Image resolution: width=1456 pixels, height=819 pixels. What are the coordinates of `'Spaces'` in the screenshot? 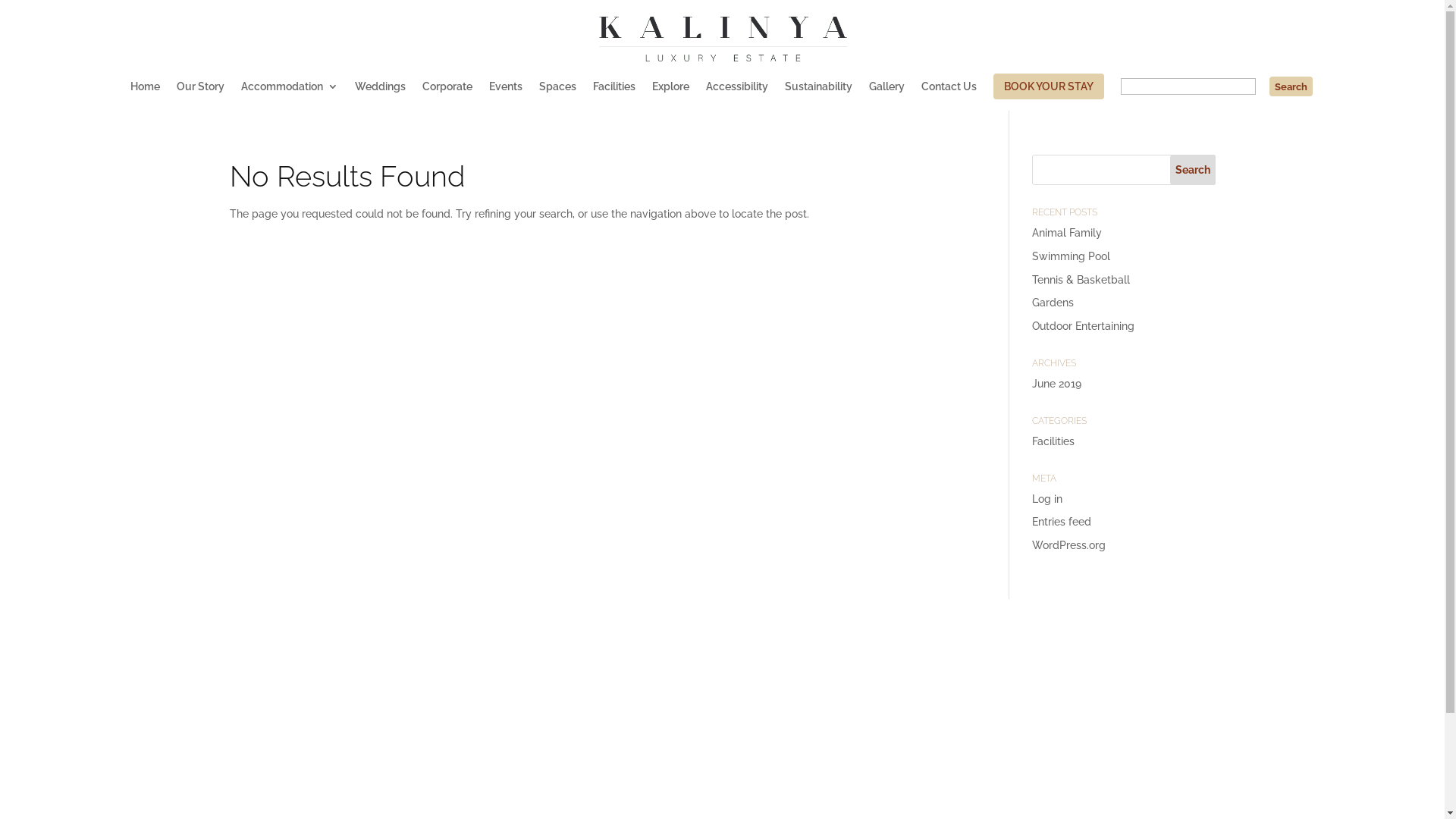 It's located at (557, 93).